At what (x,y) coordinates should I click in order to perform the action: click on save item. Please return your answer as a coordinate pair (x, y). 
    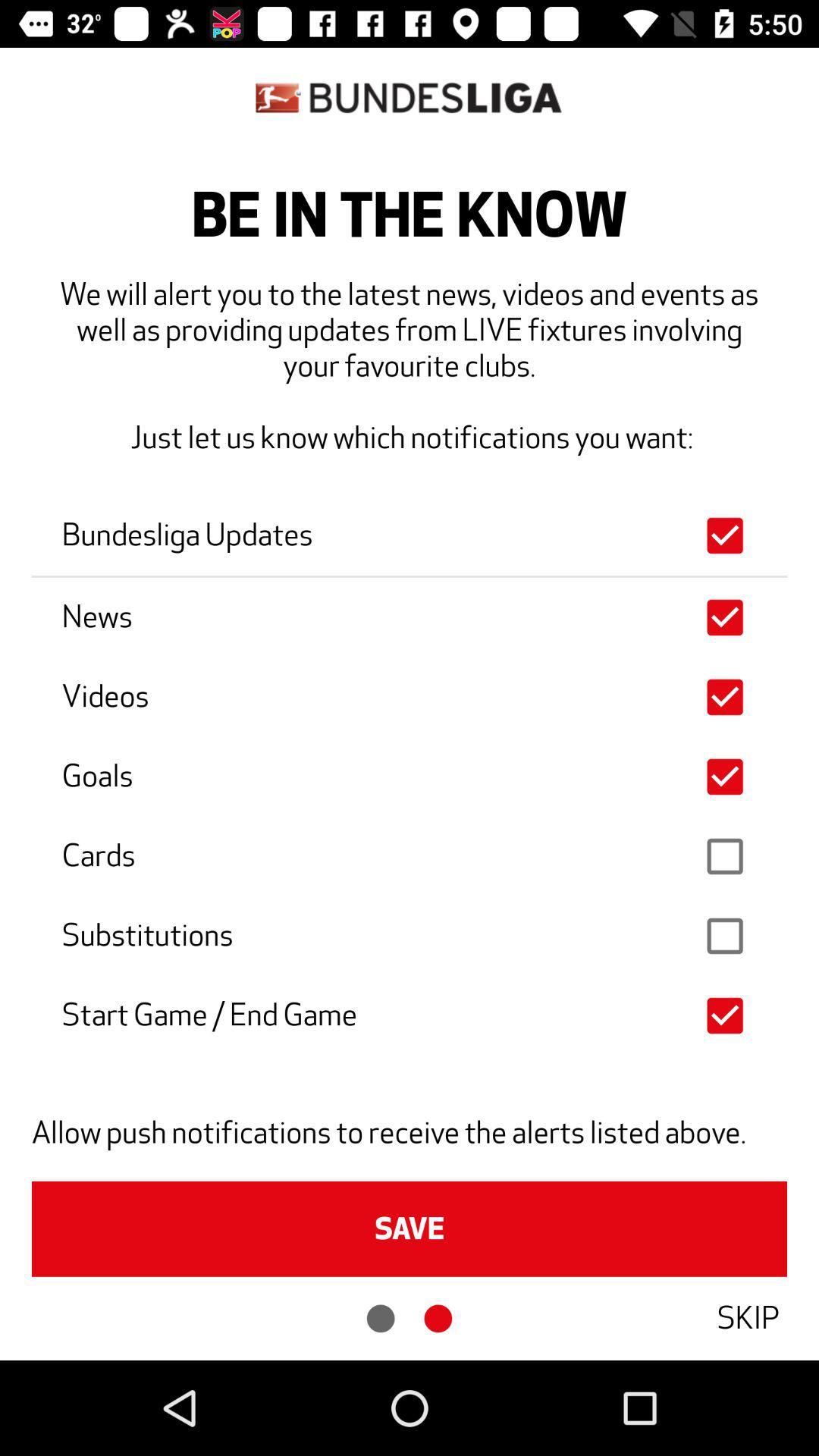
    Looking at the image, I should click on (409, 1228).